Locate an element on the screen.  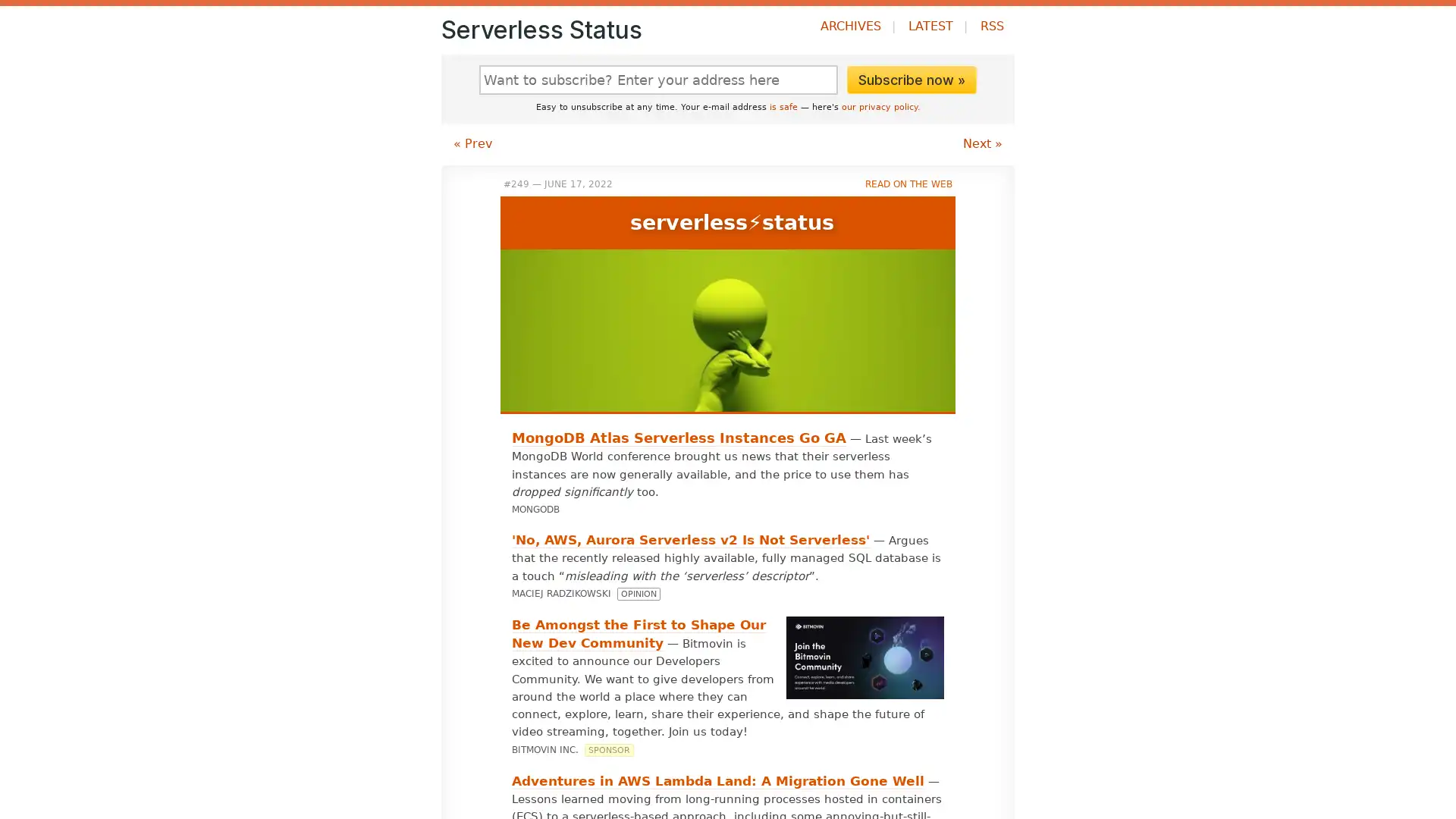
Subscribe now is located at coordinates (911, 80).